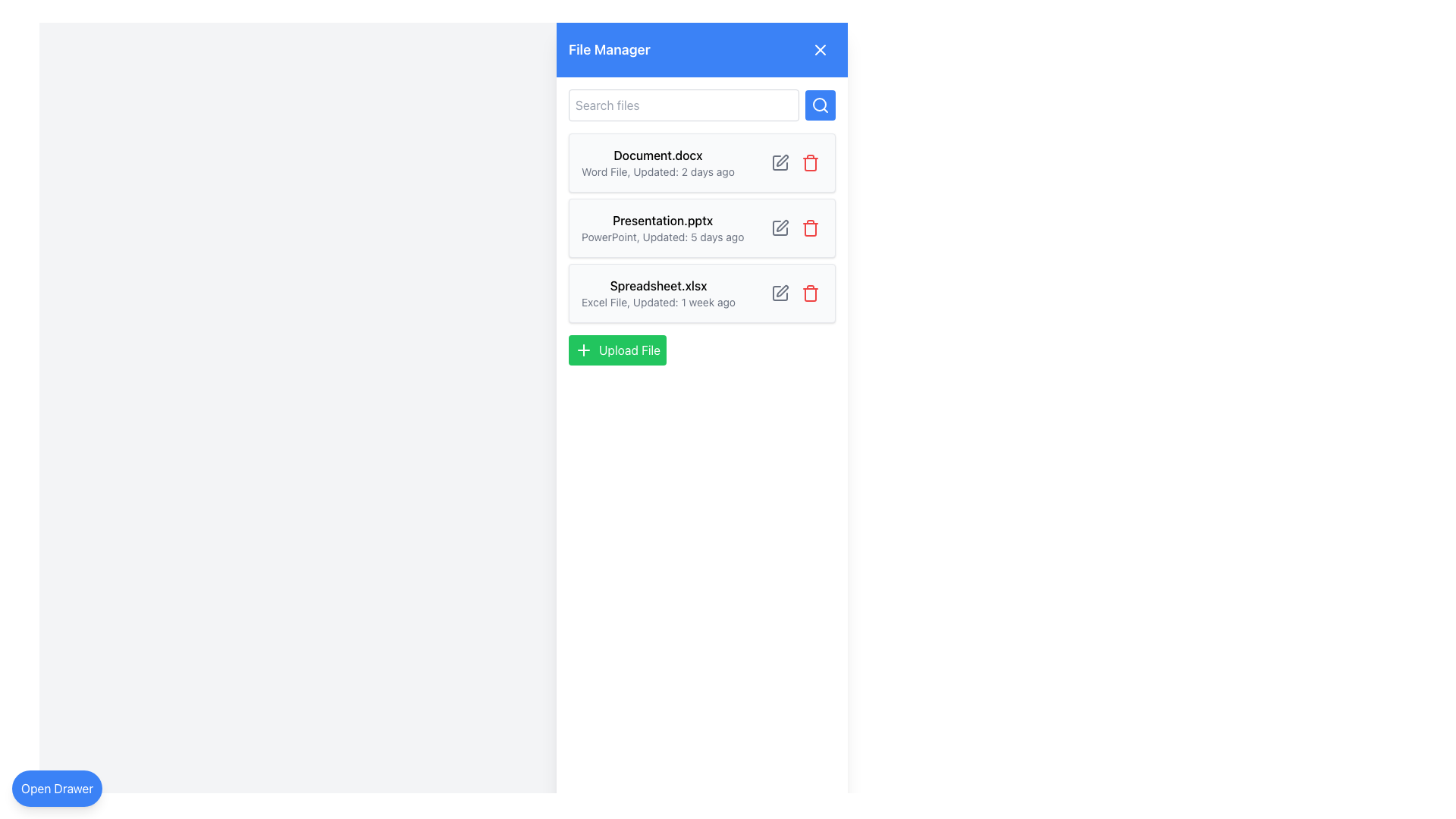 The image size is (1456, 819). I want to click on the pencil-shaped icon located on the right part of the third file entry in the document list, so click(783, 291).